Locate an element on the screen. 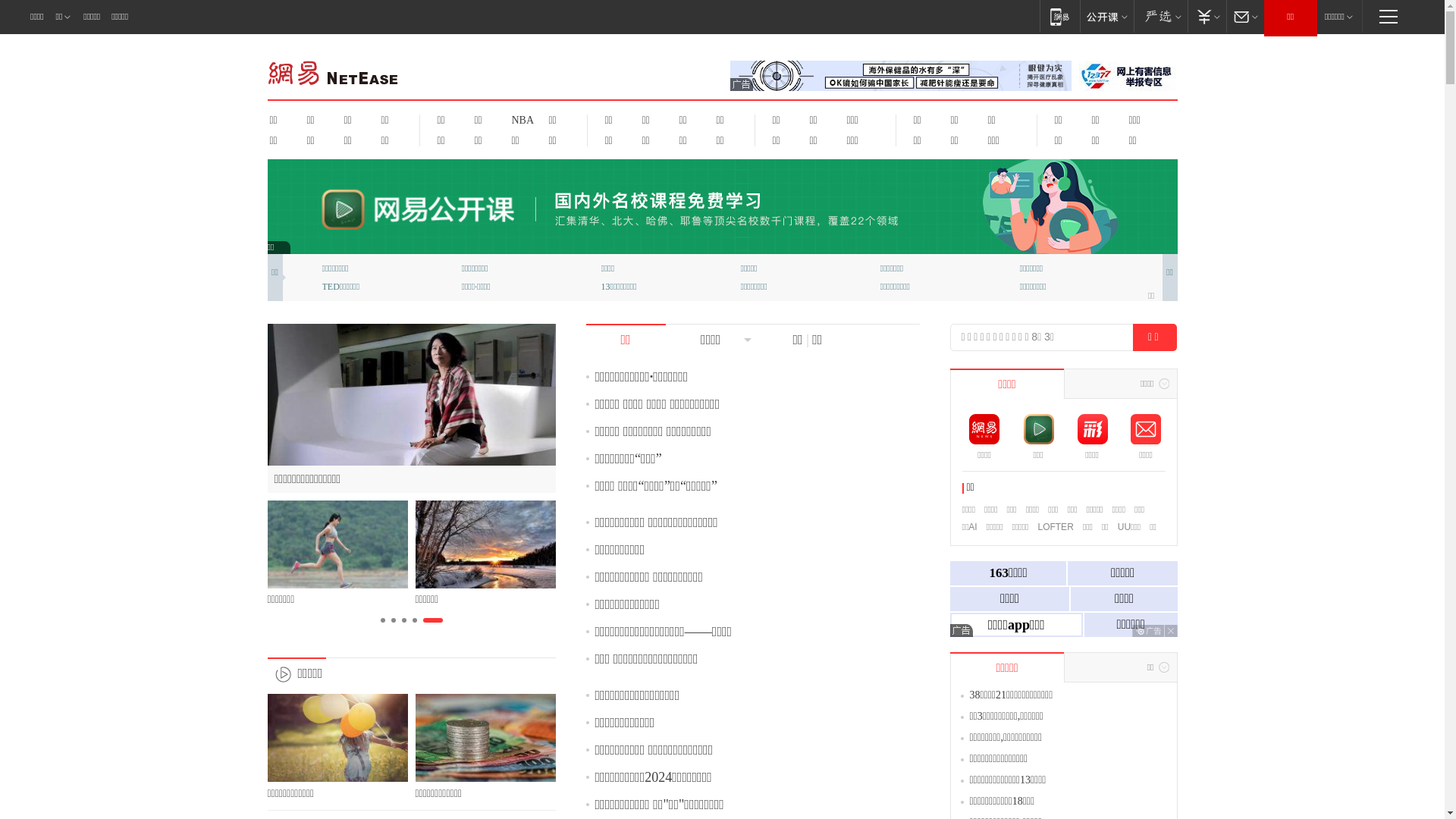 The height and width of the screenshot is (819, 1456). 'NBA' is located at coordinates (502, 119).